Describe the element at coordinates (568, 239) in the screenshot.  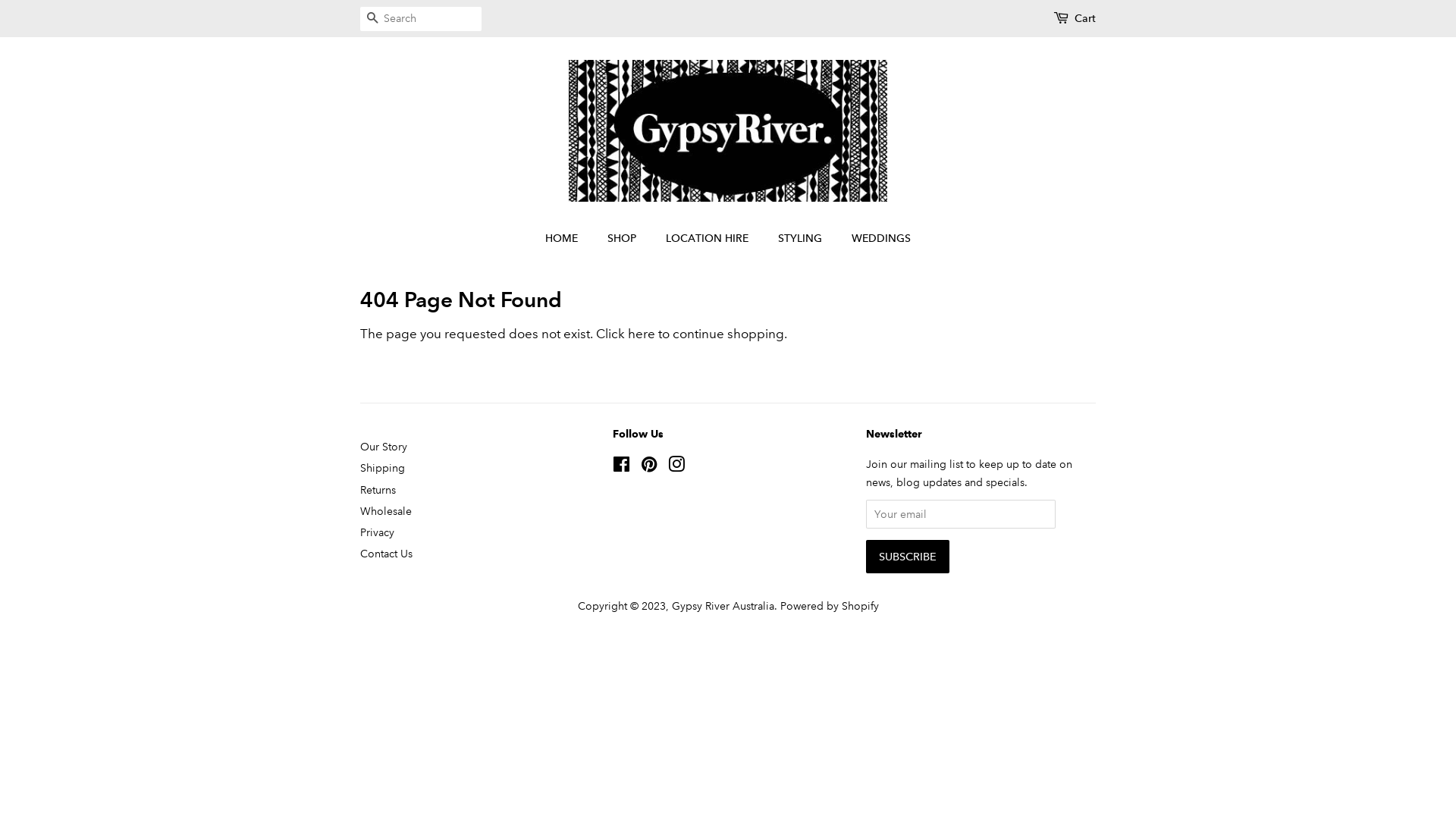
I see `'HOME'` at that location.